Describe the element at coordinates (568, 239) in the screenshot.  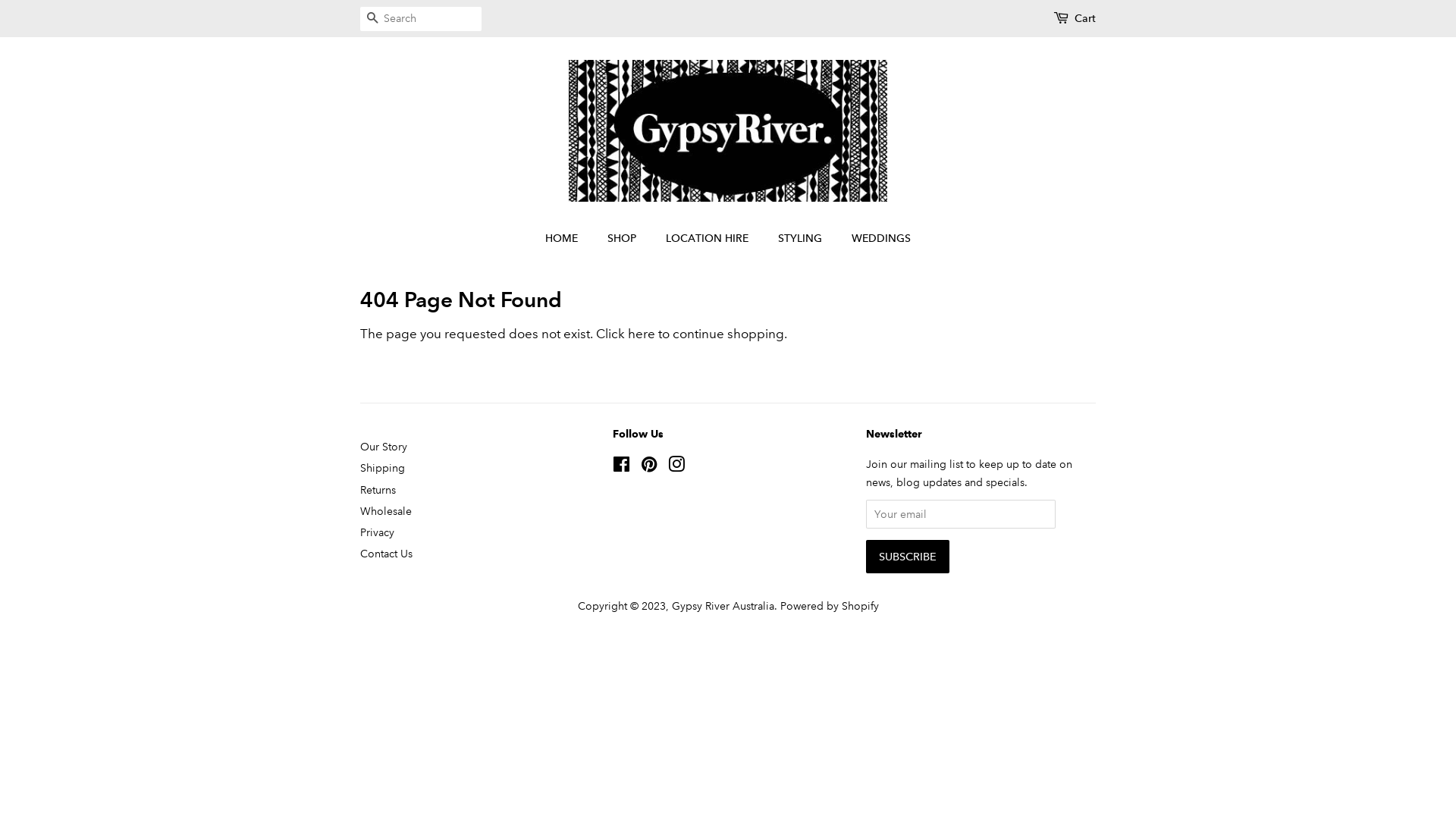
I see `'HOME'` at that location.